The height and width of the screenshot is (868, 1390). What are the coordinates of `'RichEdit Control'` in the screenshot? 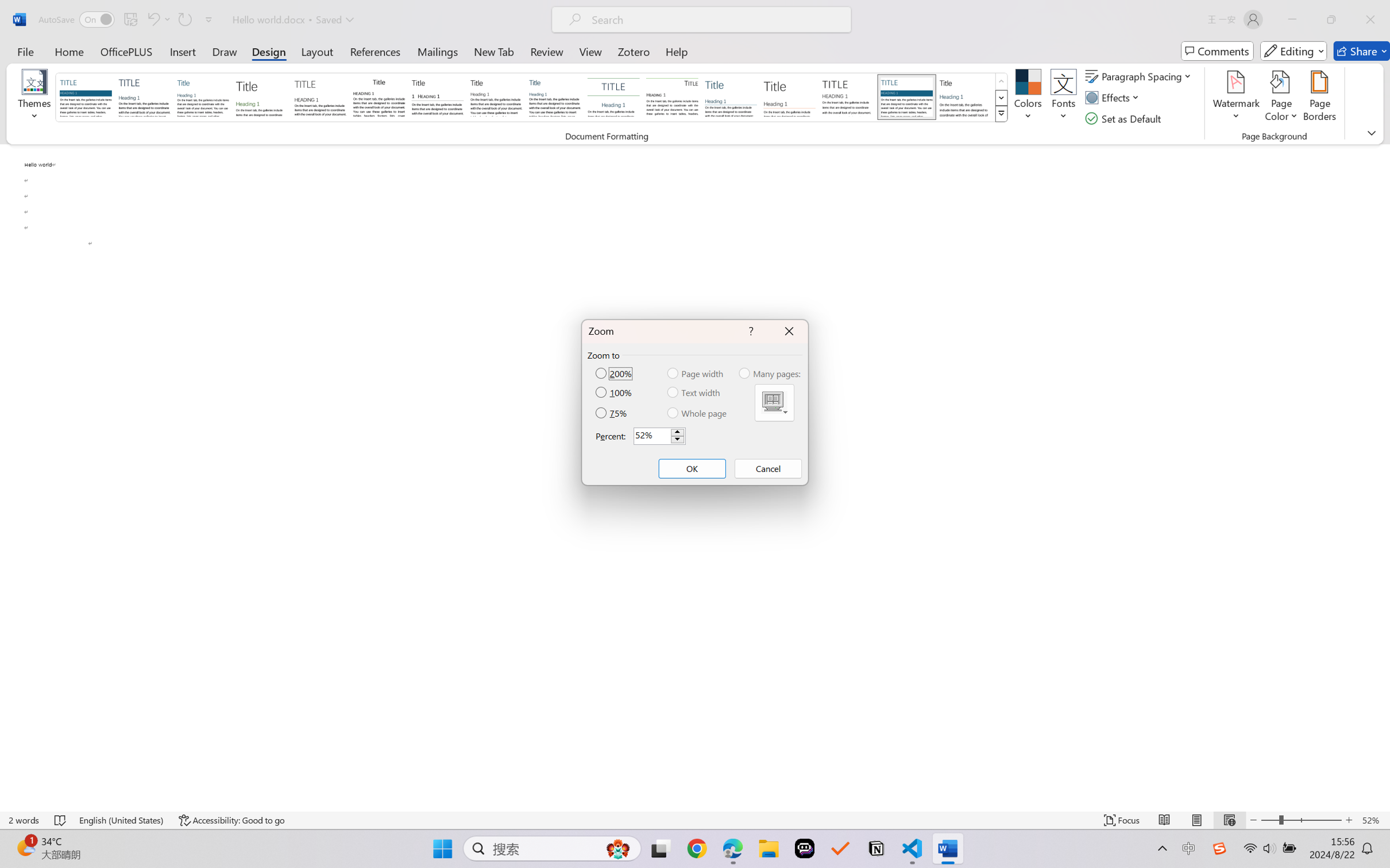 It's located at (651, 436).